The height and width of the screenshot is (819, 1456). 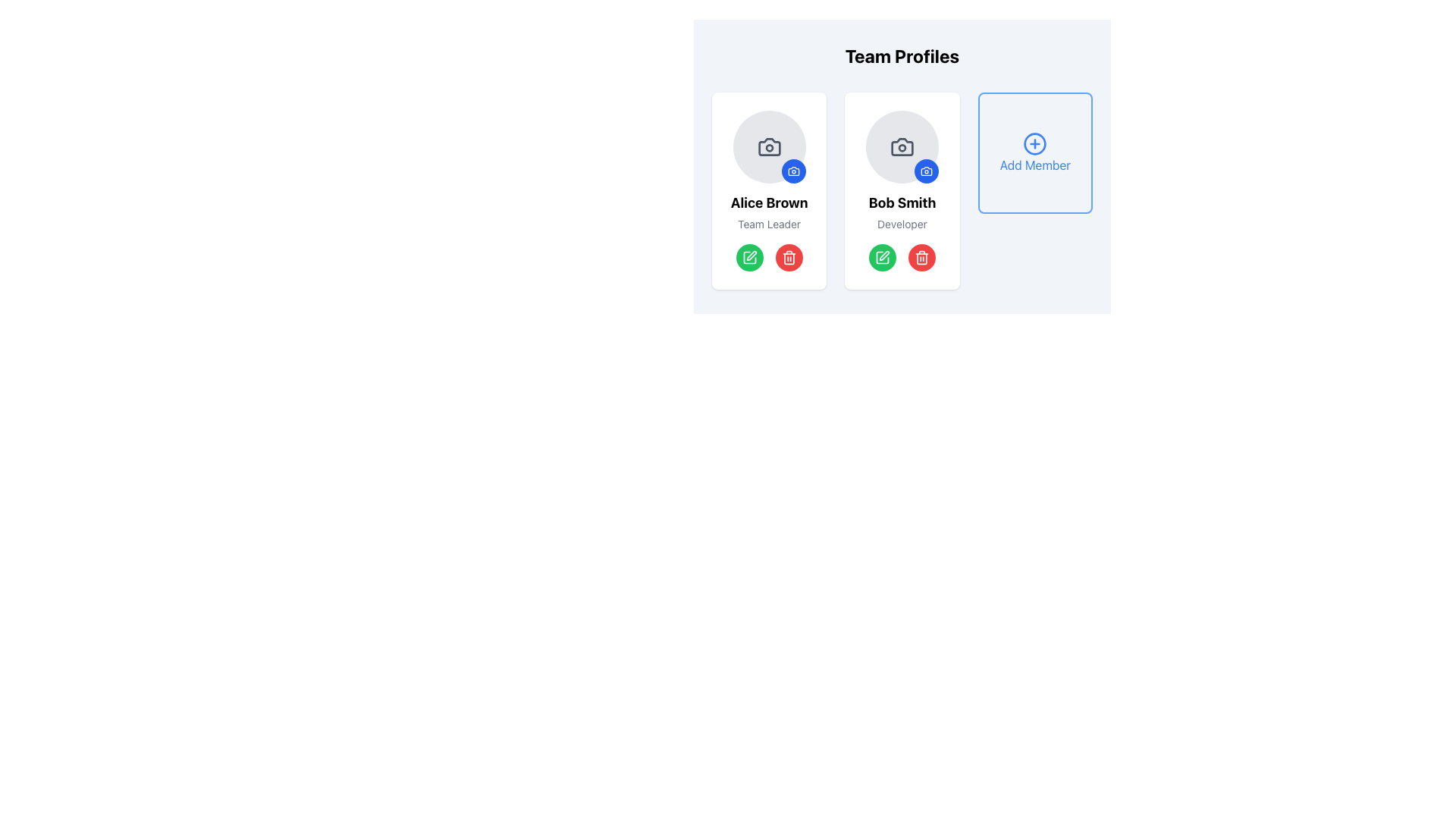 I want to click on the camera-shaped icon located in the center of the circular graphical area of the first card labeled 'Alice Brown' in the 'Team Profiles' section, so click(x=769, y=146).